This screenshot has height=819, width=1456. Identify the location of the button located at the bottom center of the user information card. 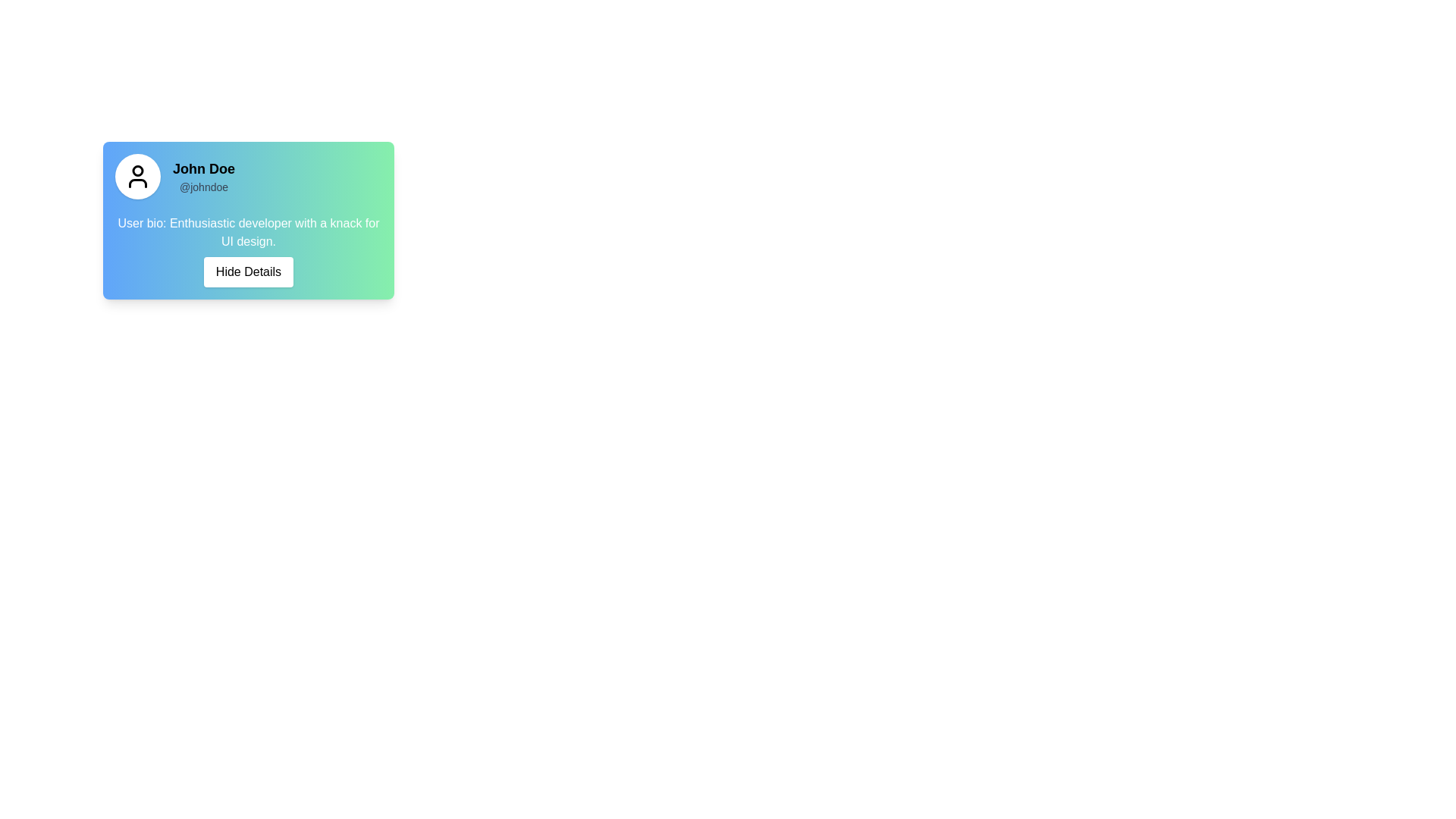
(248, 271).